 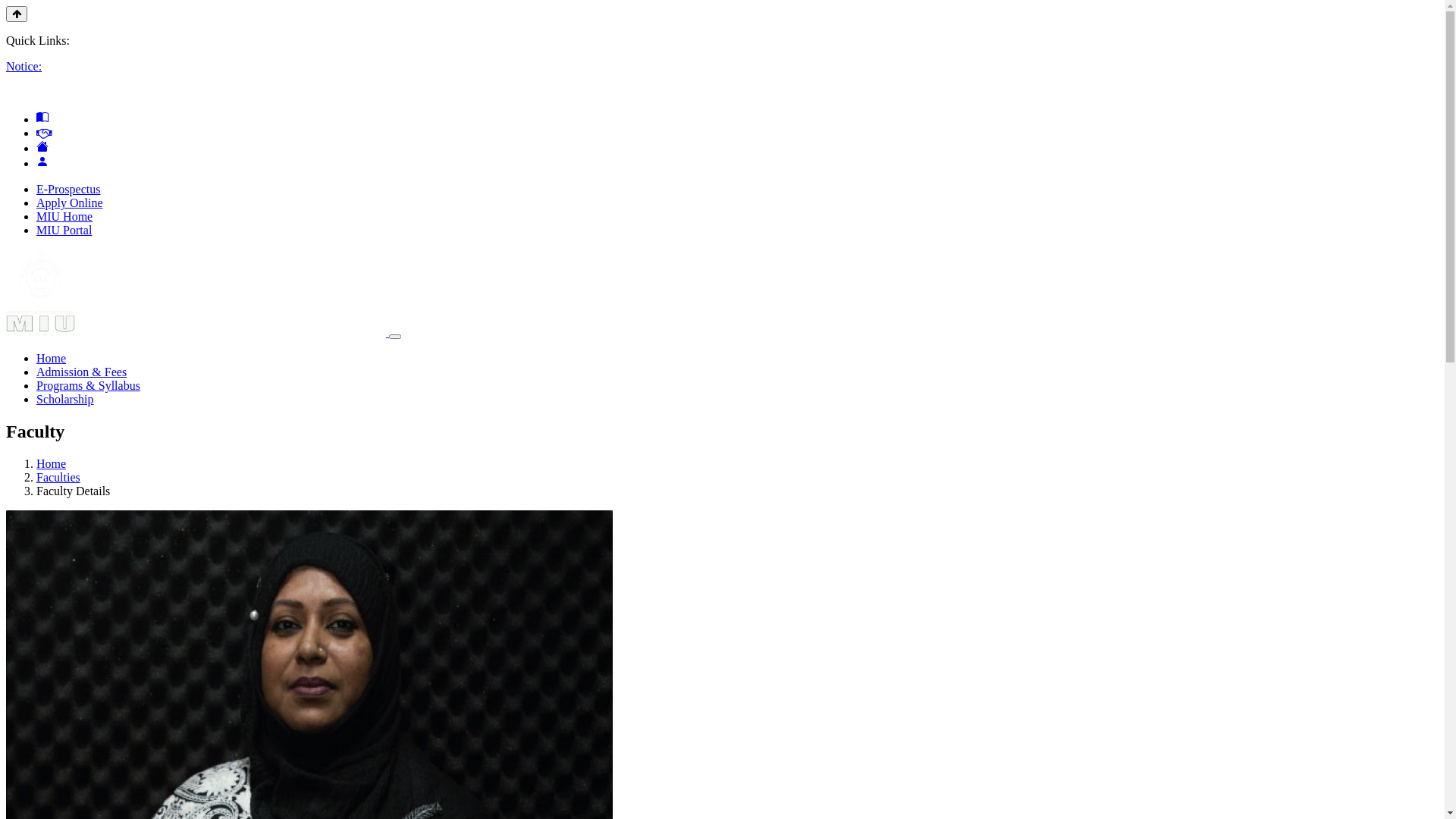 I want to click on 'Scholarship', so click(x=64, y=398).